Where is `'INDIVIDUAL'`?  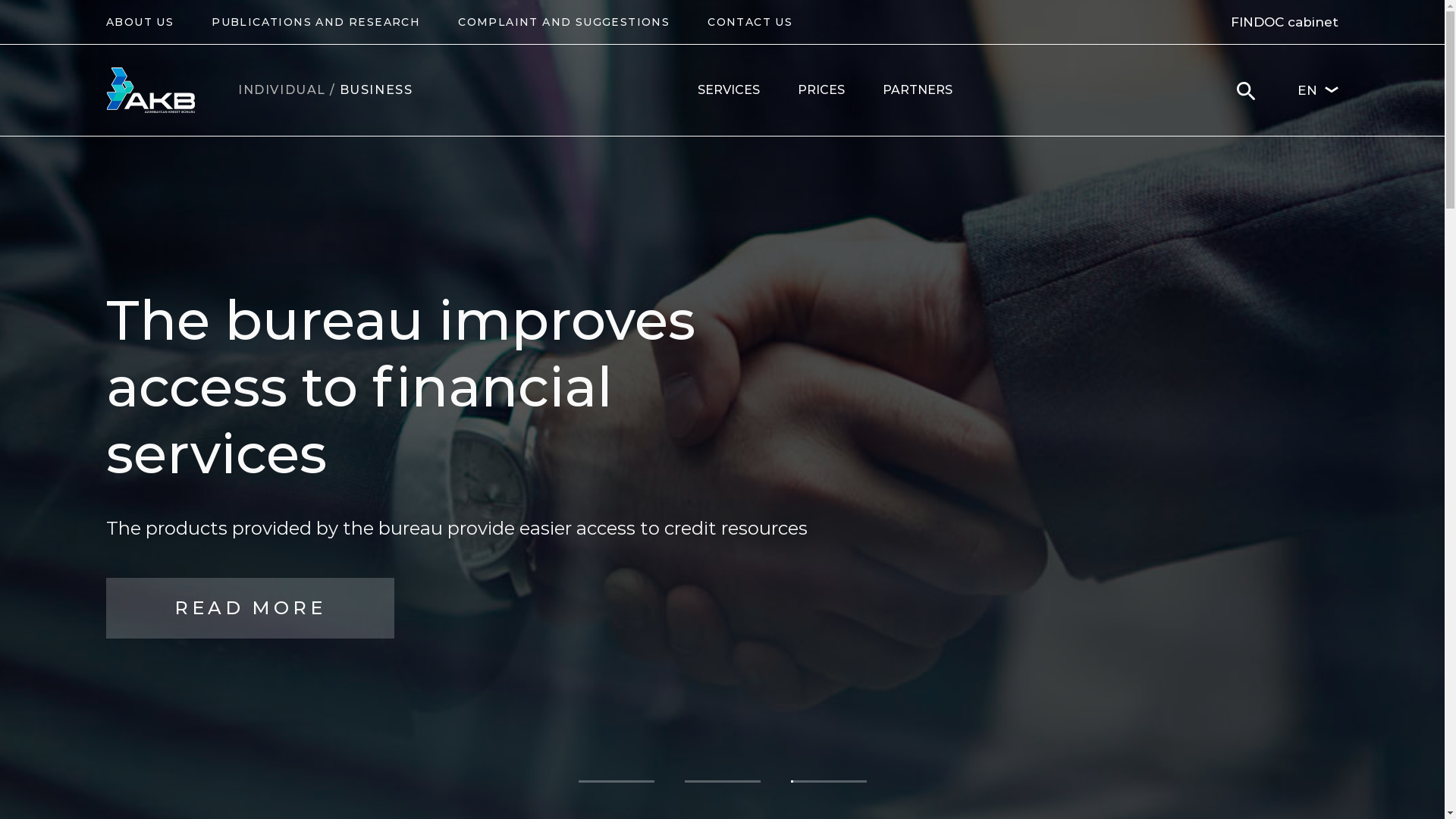
'INDIVIDUAL' is located at coordinates (237, 90).